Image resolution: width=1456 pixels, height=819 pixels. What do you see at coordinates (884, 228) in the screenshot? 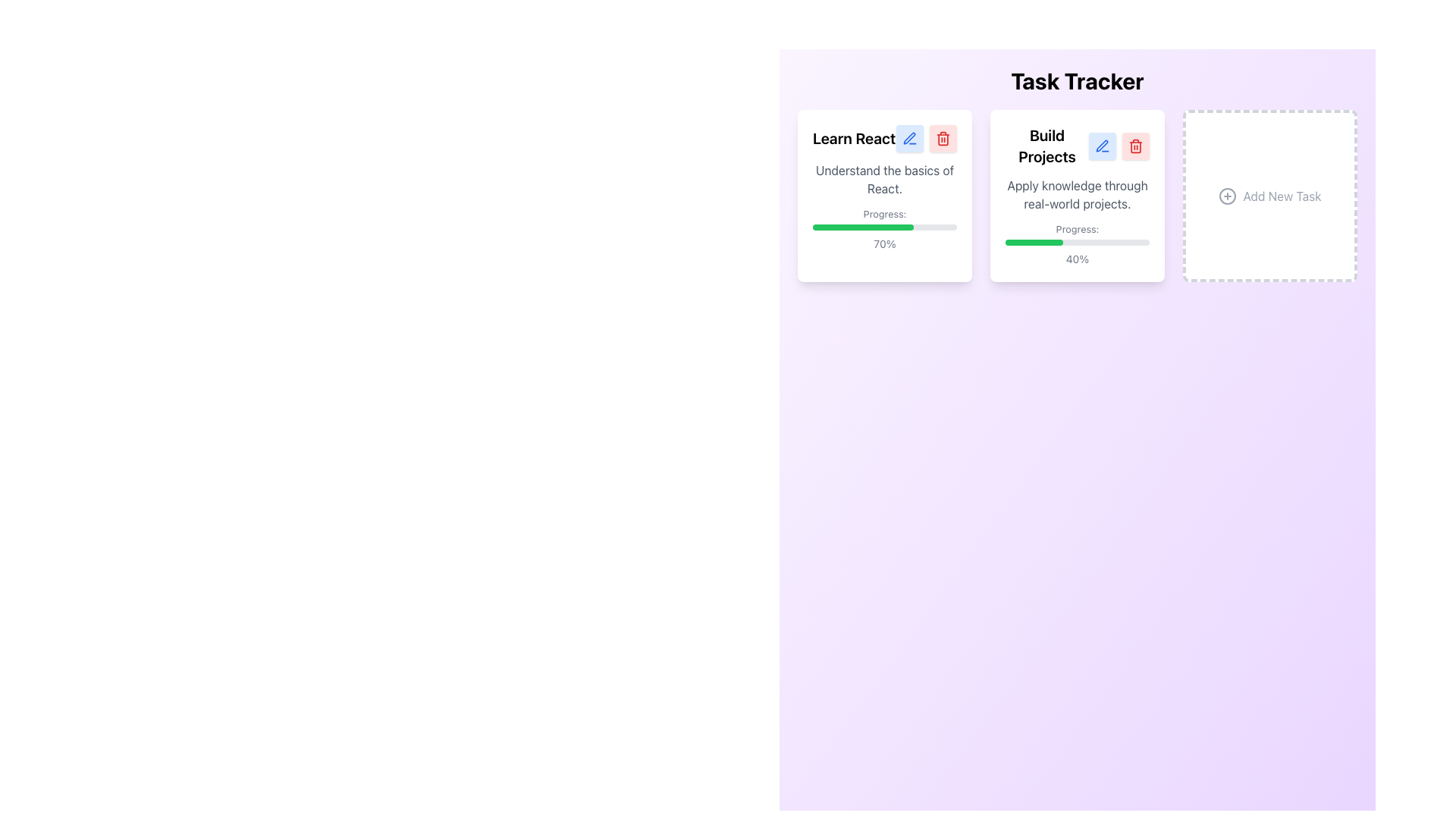
I see `the content of the Progress bar that indicates the completion percentage for the 'Learn React' task, located at the bottom center of the card component` at bounding box center [884, 228].